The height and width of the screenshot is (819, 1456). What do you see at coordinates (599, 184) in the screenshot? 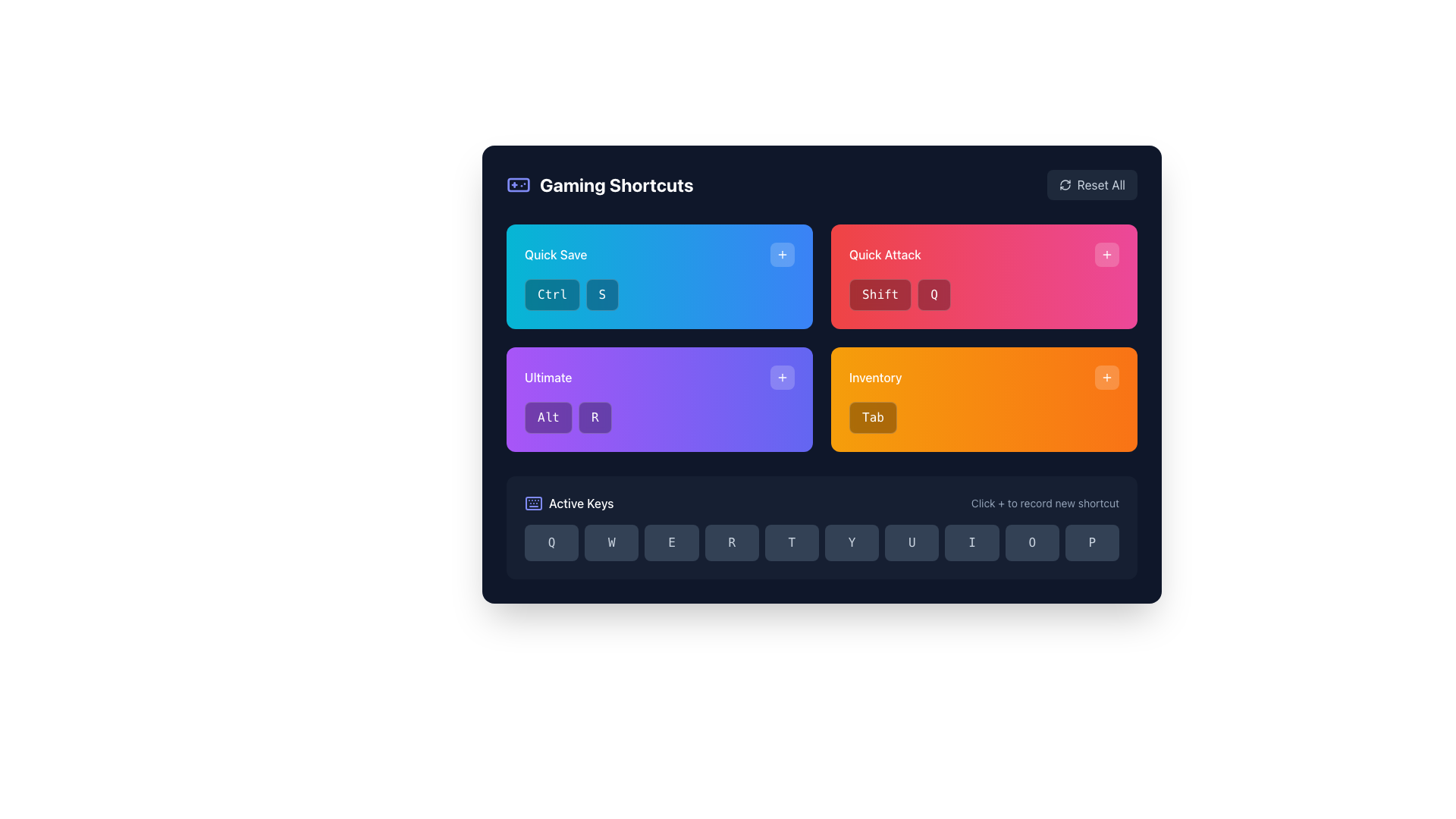
I see `the gaming shortcuts heading label located in the upper-left section of the interface, under the header bar` at bounding box center [599, 184].